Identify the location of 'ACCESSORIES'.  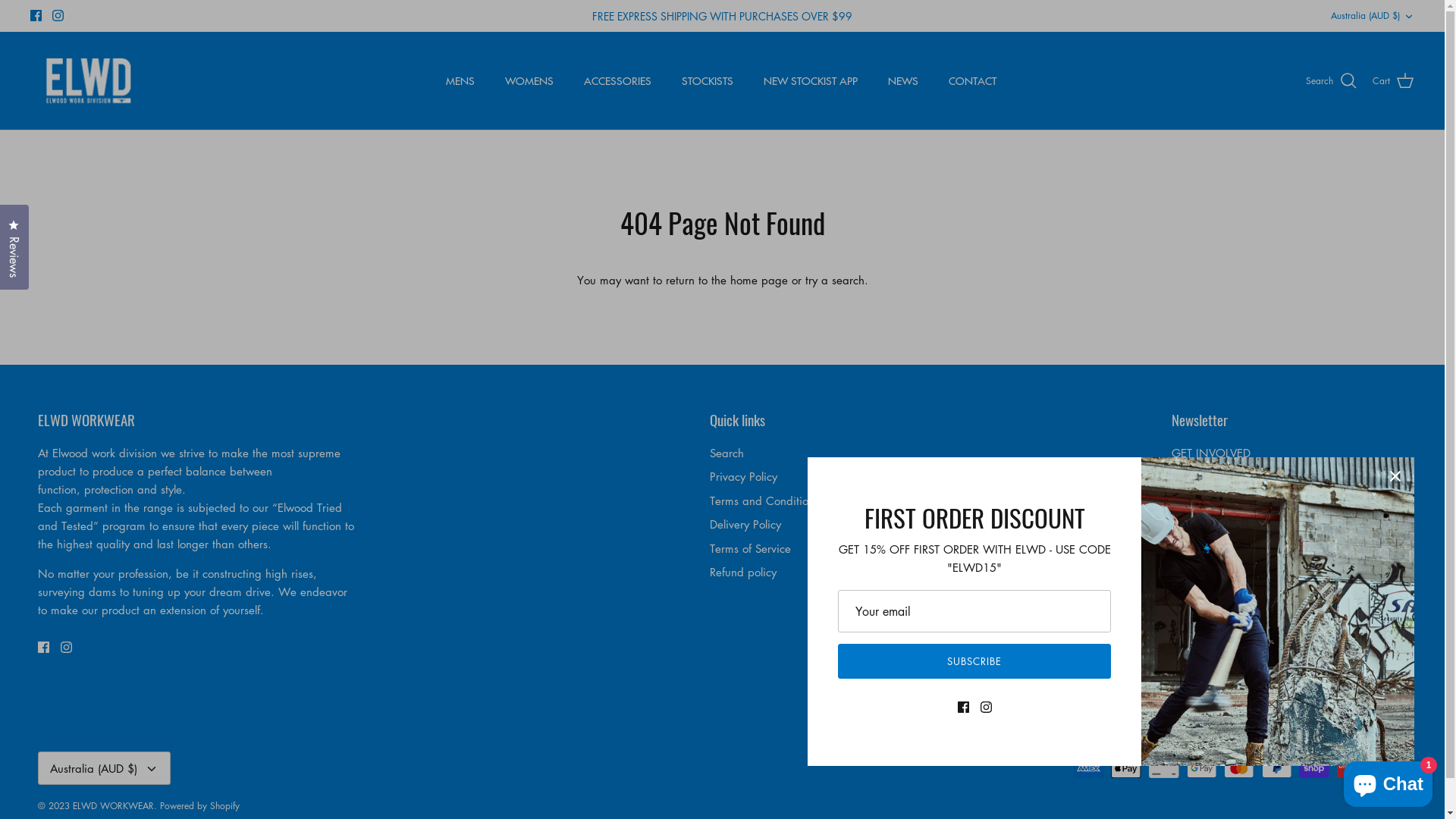
(617, 80).